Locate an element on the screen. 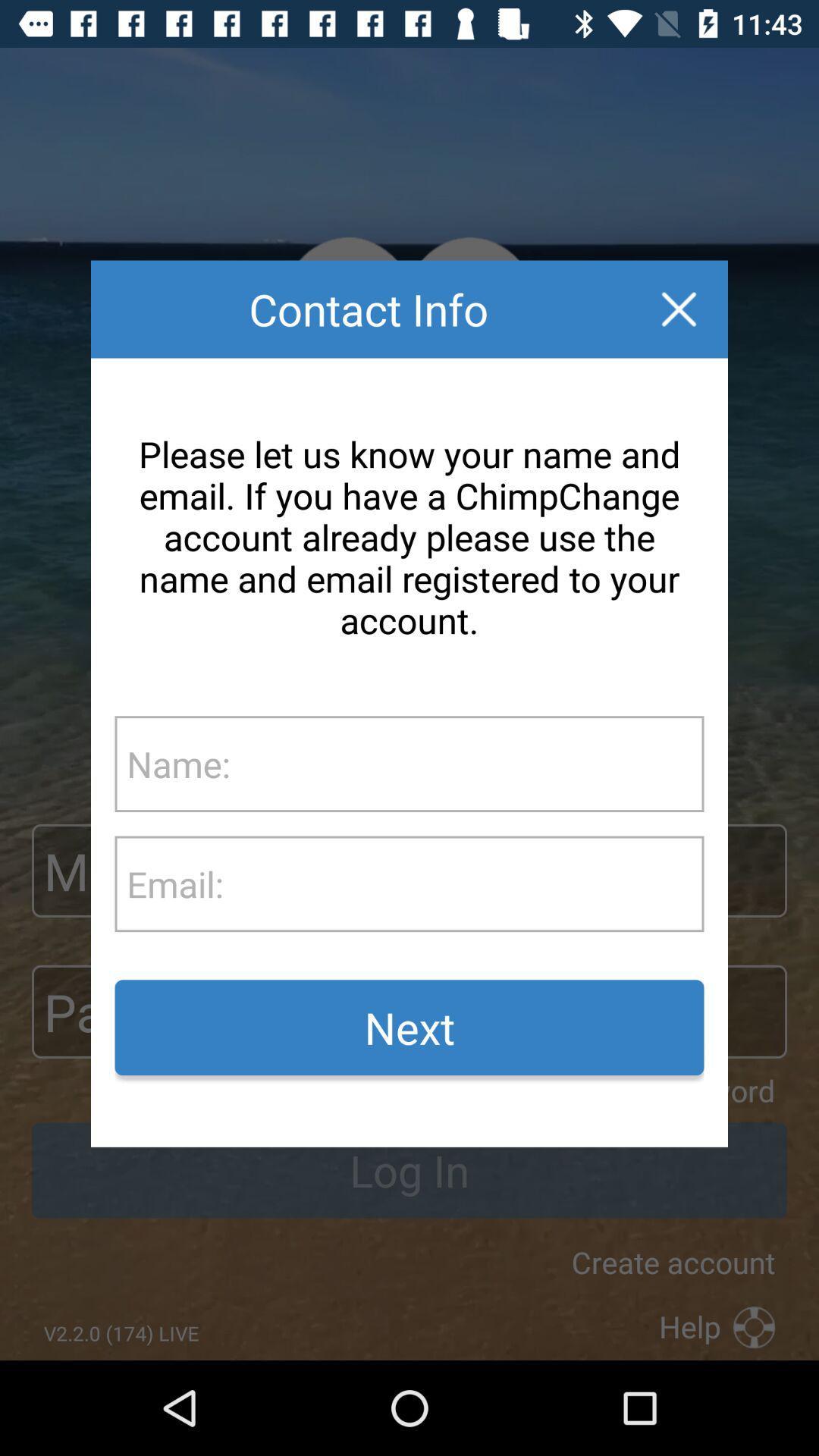 Image resolution: width=819 pixels, height=1456 pixels. text box is located at coordinates (463, 883).